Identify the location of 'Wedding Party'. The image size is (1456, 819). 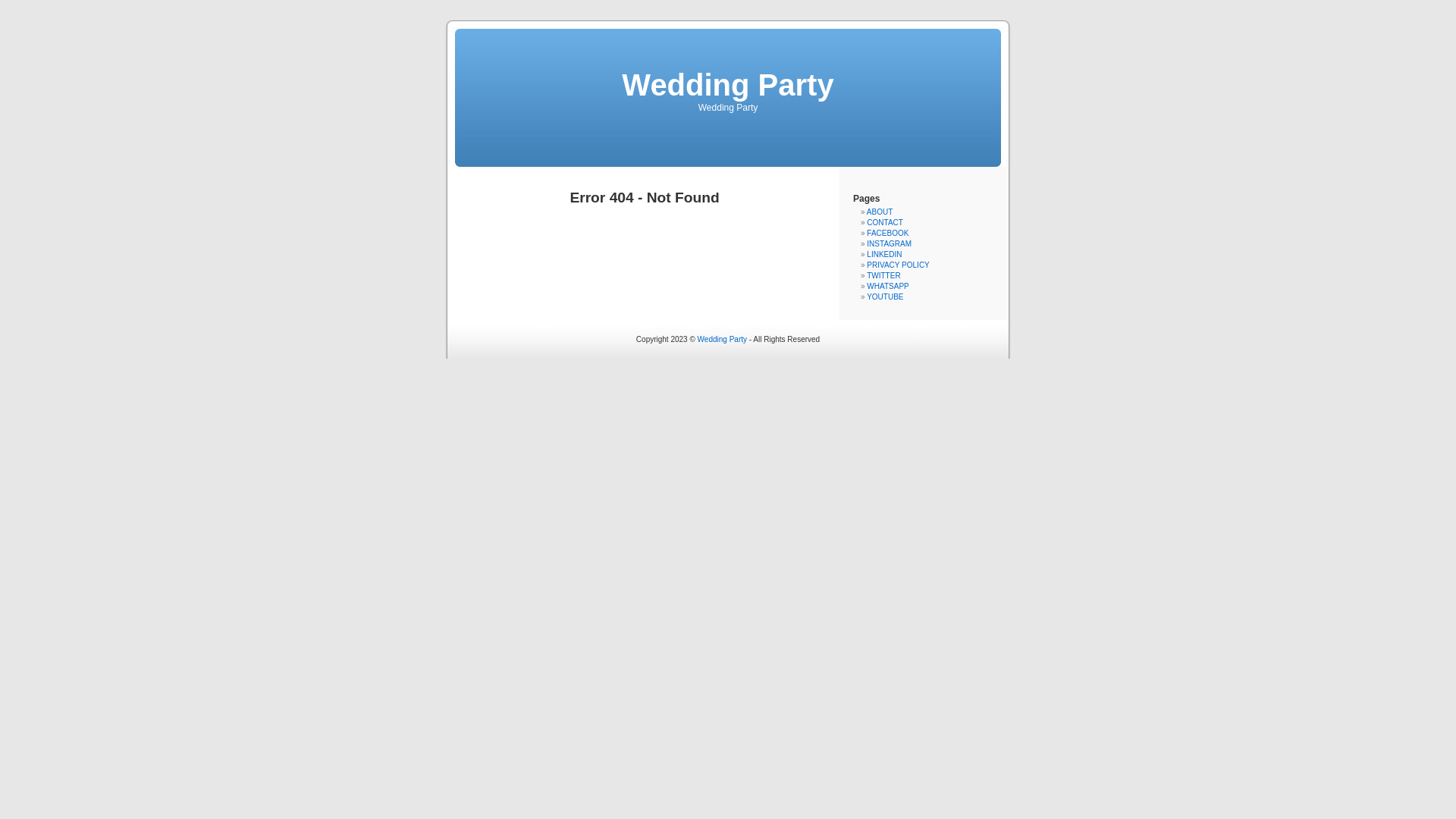
(726, 84).